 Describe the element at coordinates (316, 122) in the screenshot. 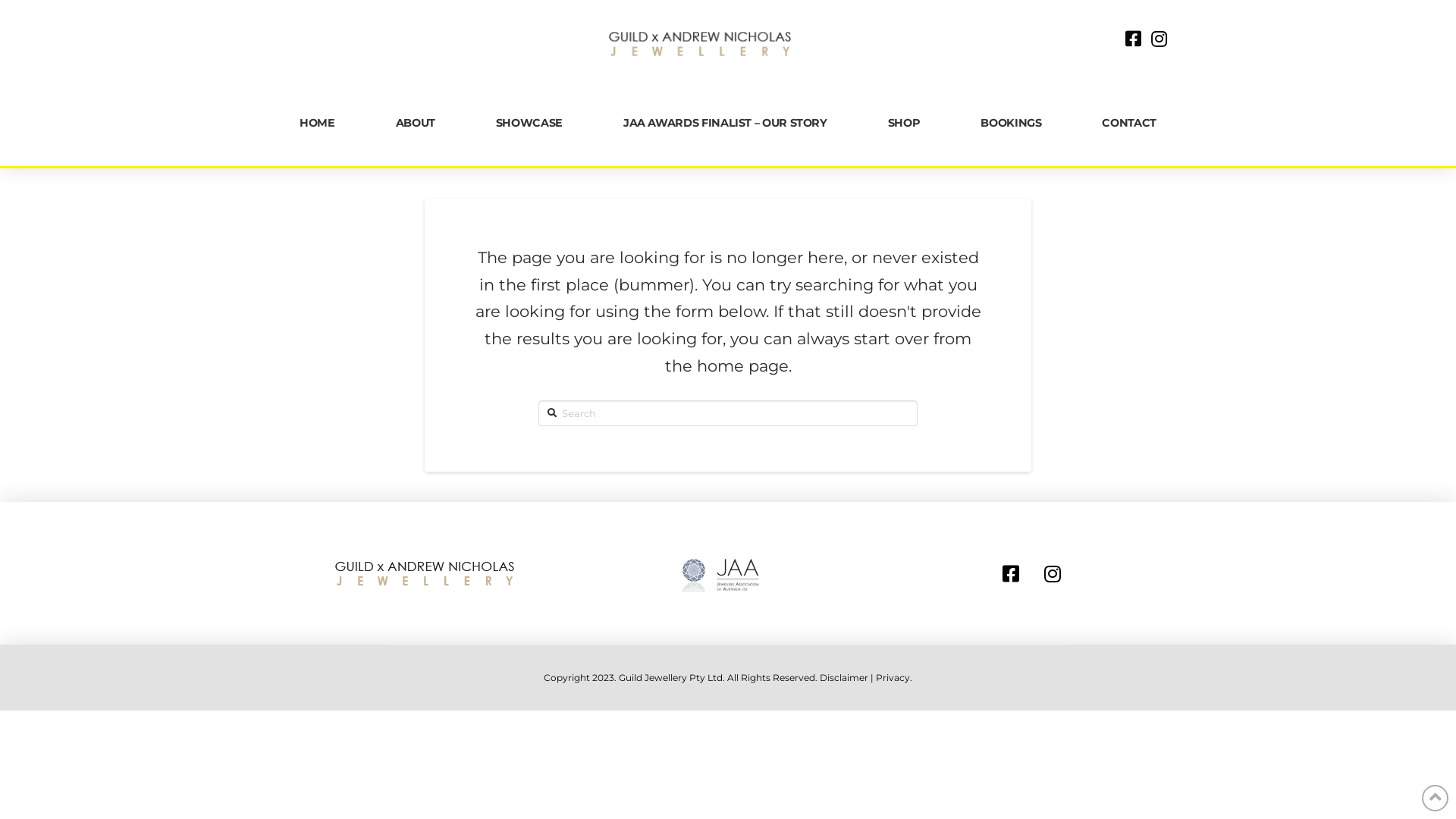

I see `'HOME'` at that location.